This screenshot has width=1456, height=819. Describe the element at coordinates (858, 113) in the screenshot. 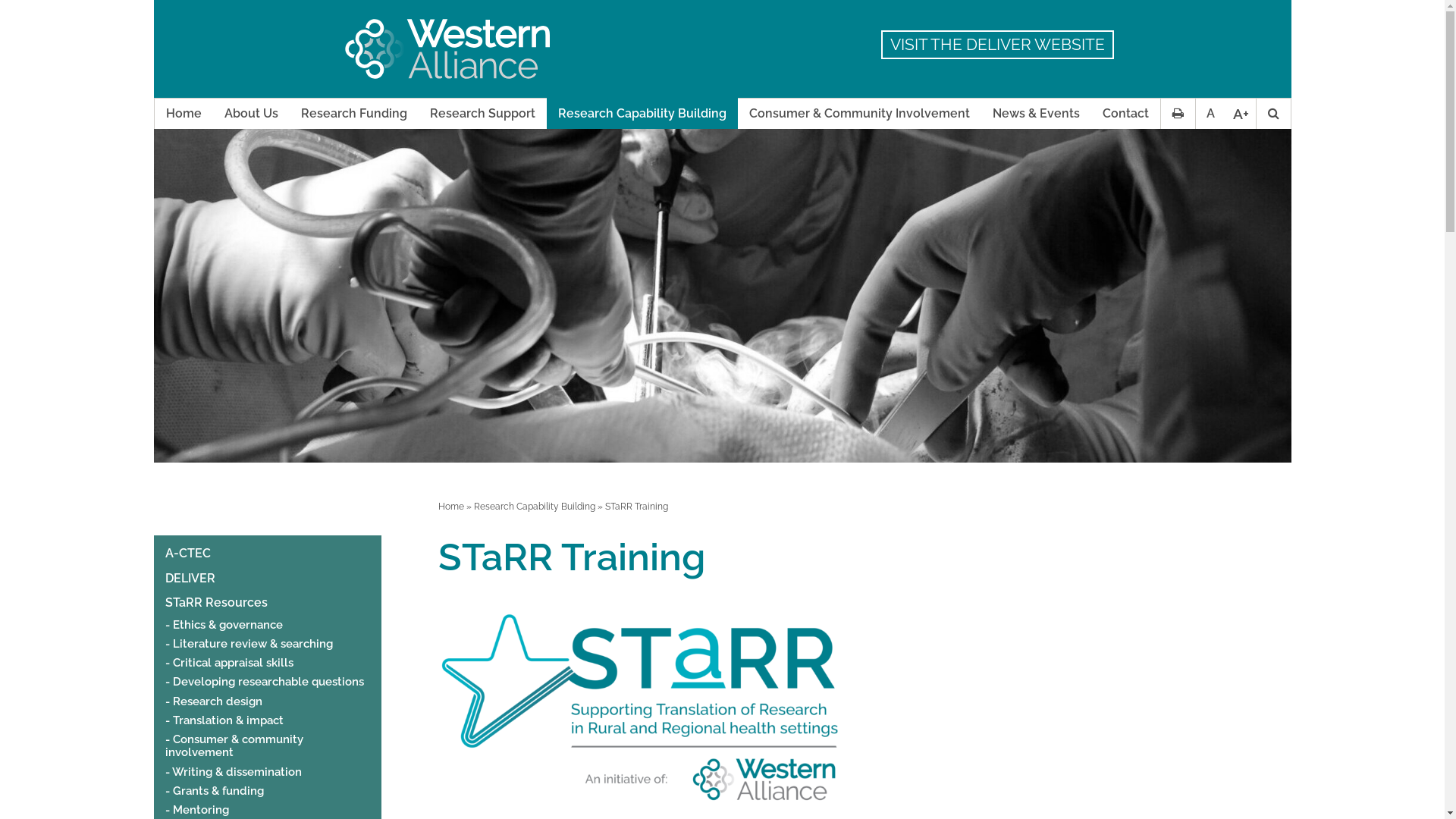

I see `'Consumer & Community Involvement'` at that location.